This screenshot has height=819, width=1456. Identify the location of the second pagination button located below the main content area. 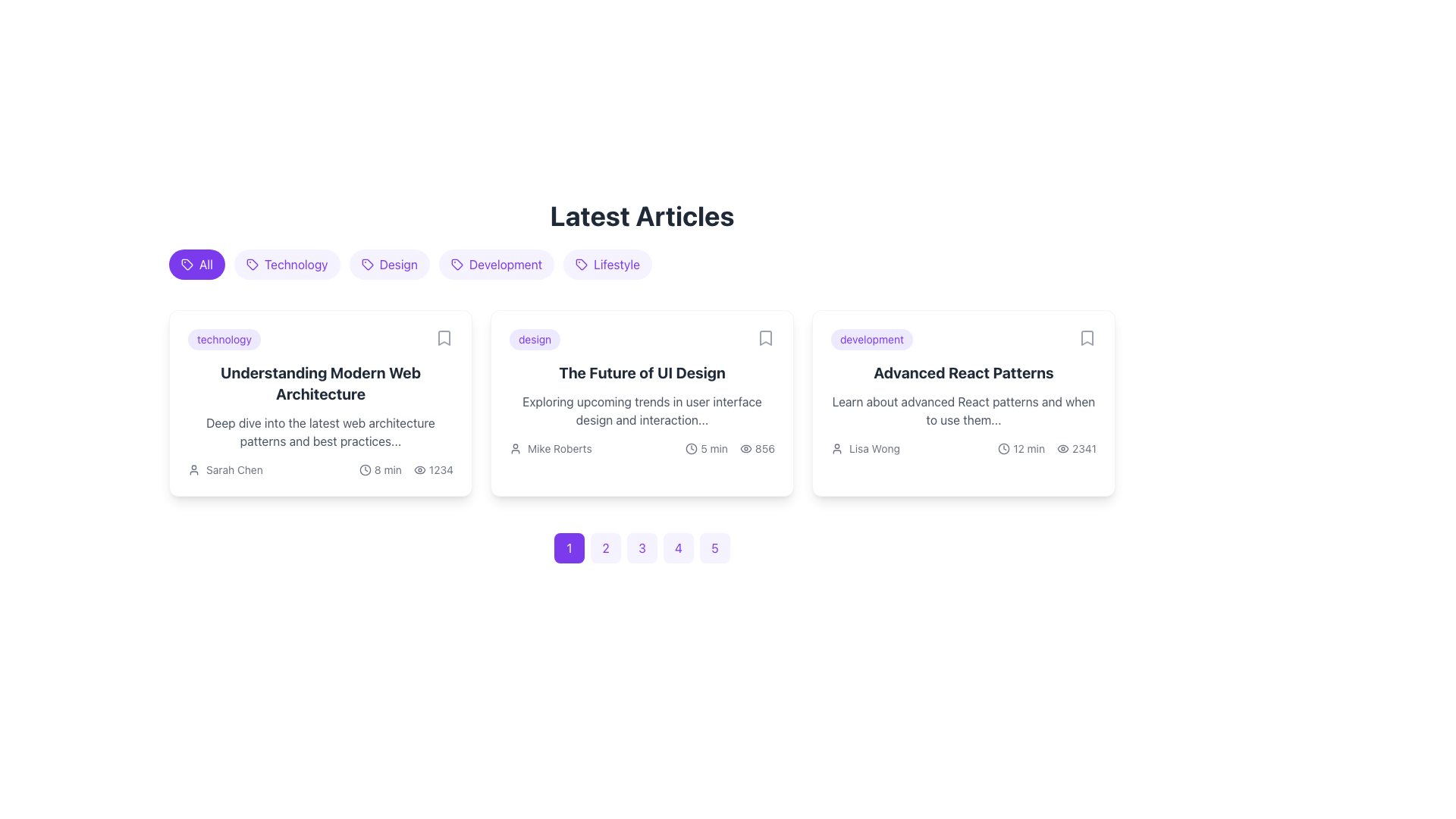
(604, 548).